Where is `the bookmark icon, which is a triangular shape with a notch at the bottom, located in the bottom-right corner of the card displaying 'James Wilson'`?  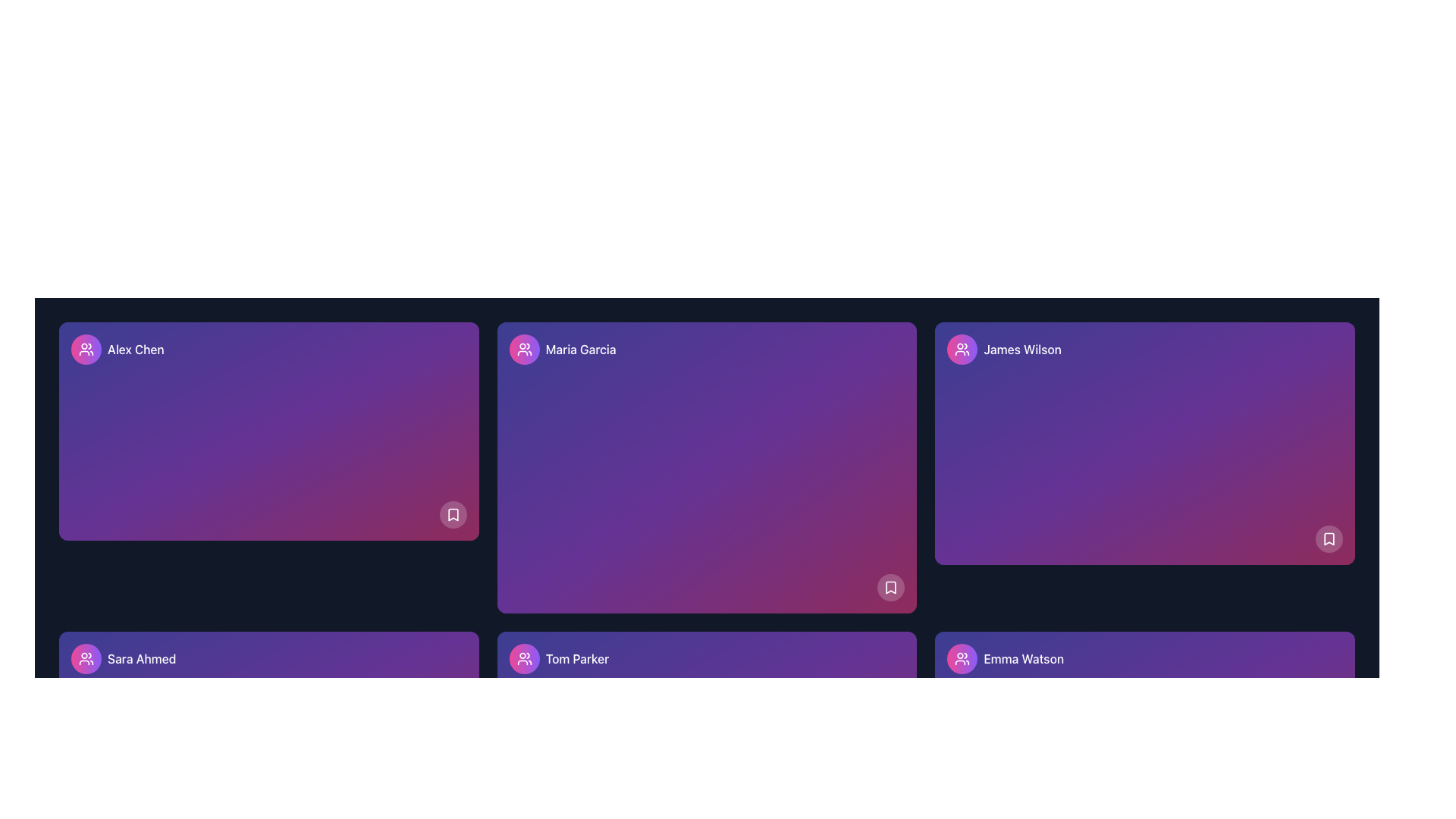 the bookmark icon, which is a triangular shape with a notch at the bottom, located in the bottom-right corner of the card displaying 'James Wilson' is located at coordinates (1328, 538).